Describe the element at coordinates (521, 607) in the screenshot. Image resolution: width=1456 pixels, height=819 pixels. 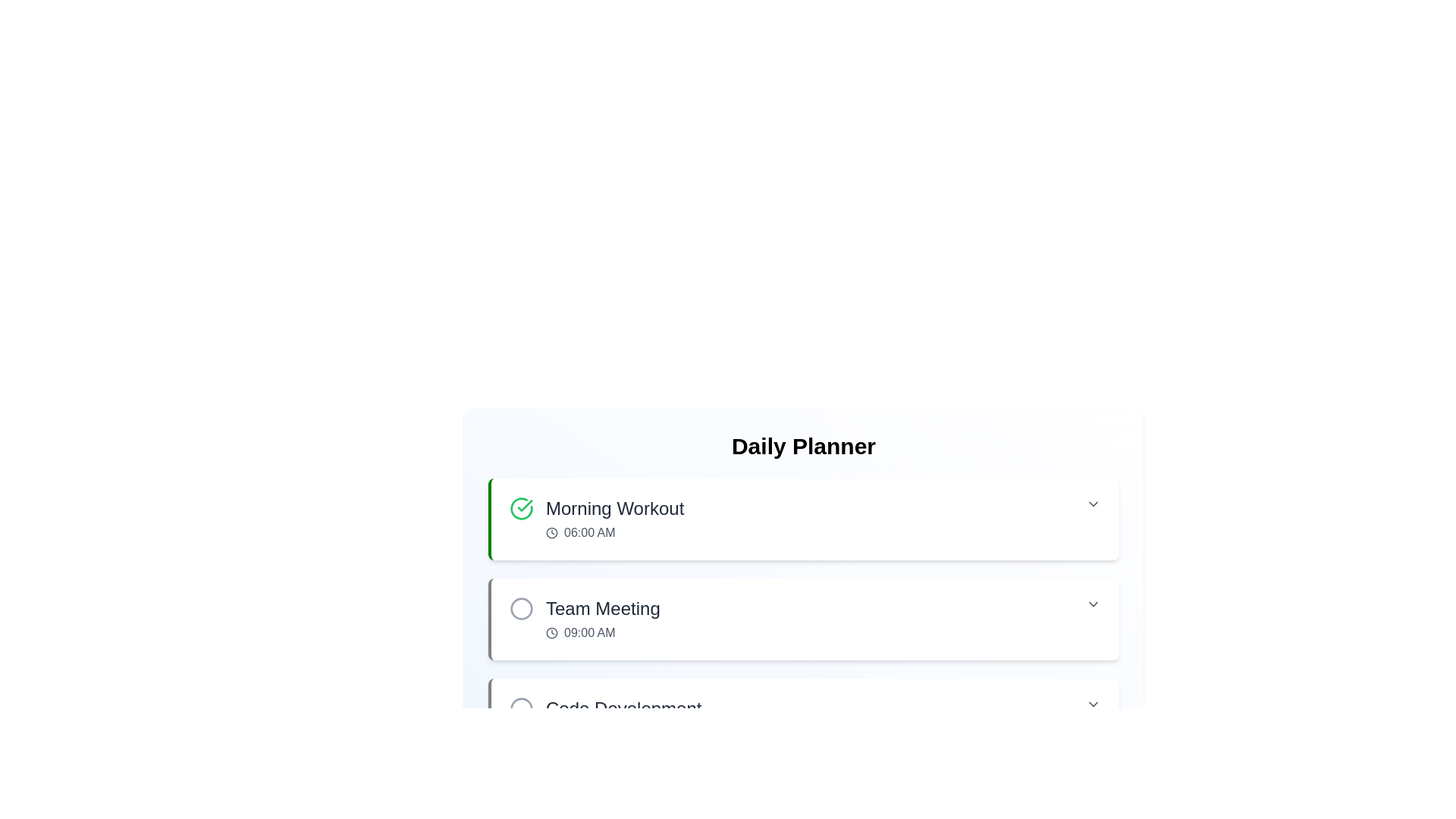
I see `the Circular status icon indicating the status of the 'Team Meeting' task, which is located to the immediate left of the text label 'Team Meeting' in the task list` at that location.